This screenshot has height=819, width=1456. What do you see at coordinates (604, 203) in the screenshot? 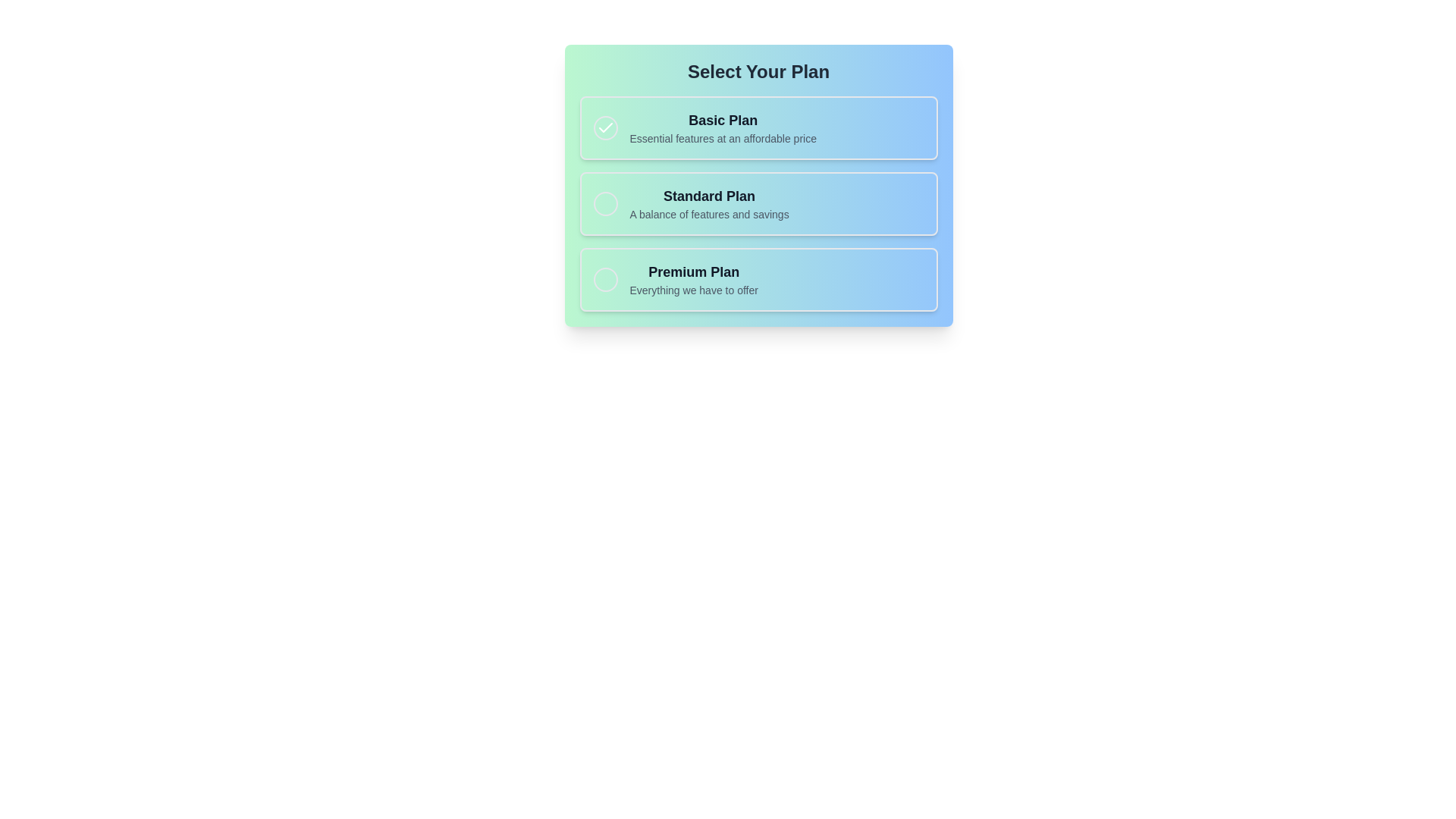
I see `the Circular Selection Indicator, which is a blue-themed circular component located within the 'Standard Plan' section` at bounding box center [604, 203].